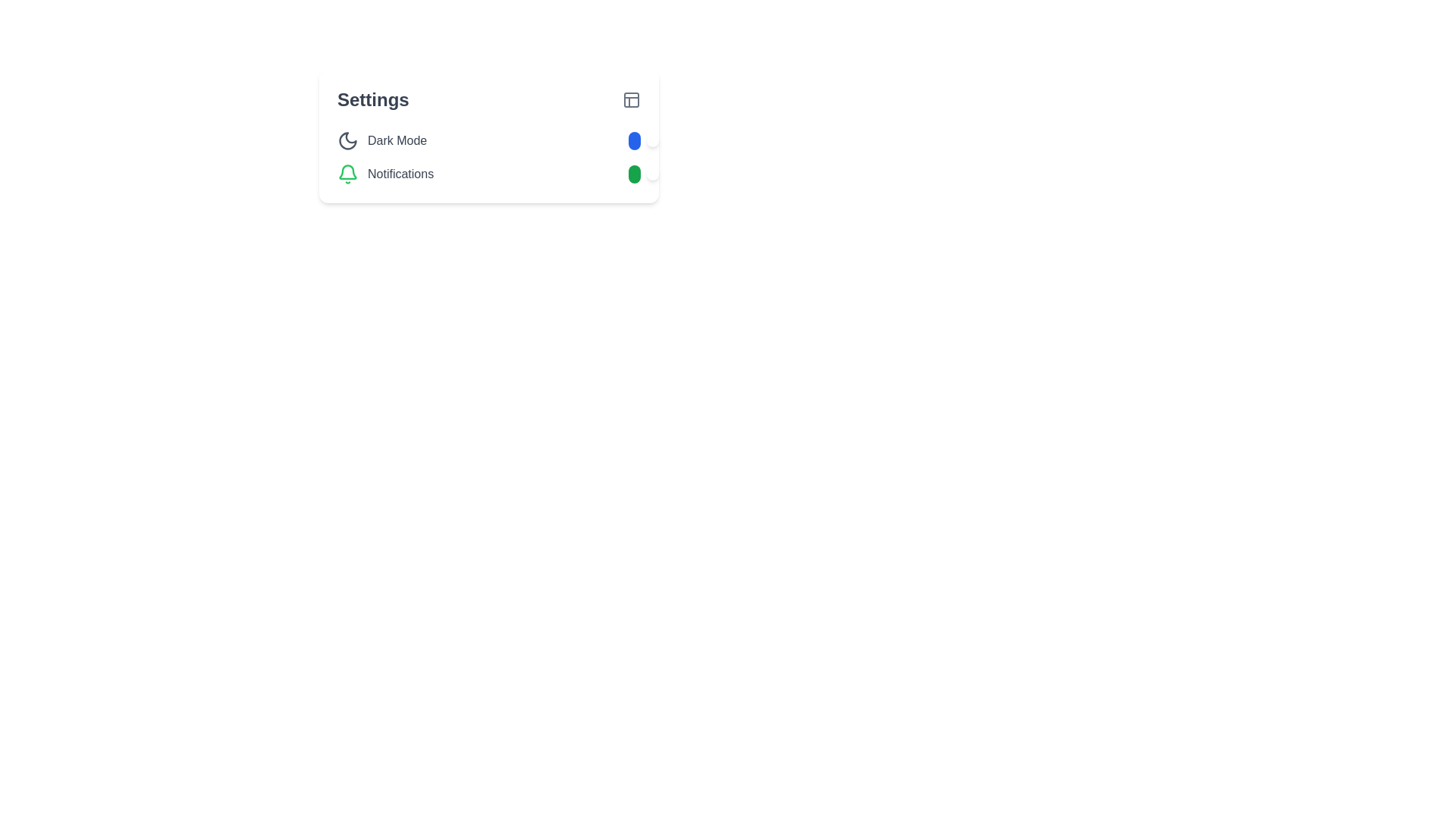 The image size is (1456, 819). What do you see at coordinates (634, 140) in the screenshot?
I see `the toggle switch for 'Dark Mode'` at bounding box center [634, 140].